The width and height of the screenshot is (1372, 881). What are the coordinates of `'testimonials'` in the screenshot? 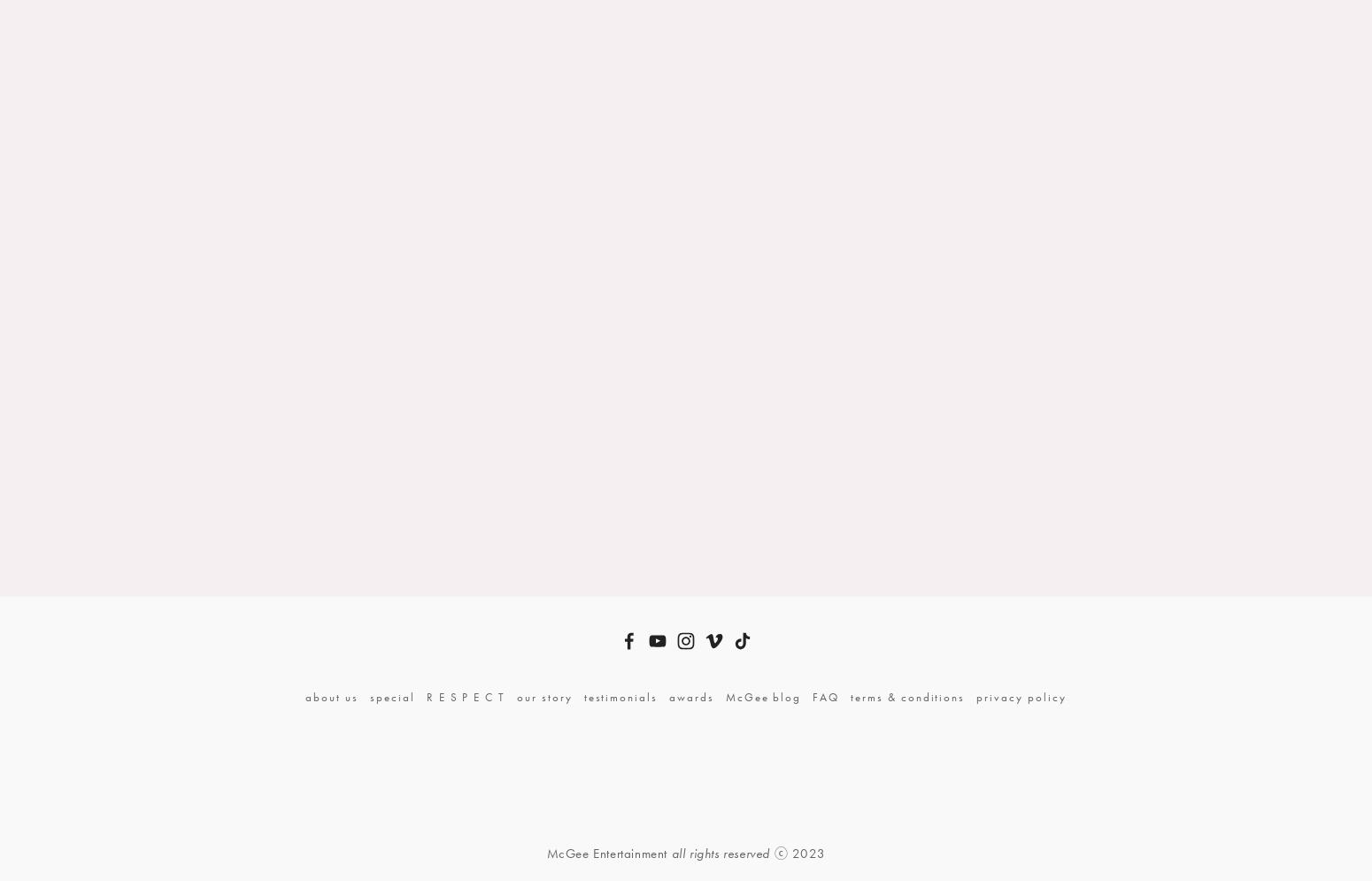 It's located at (582, 696).